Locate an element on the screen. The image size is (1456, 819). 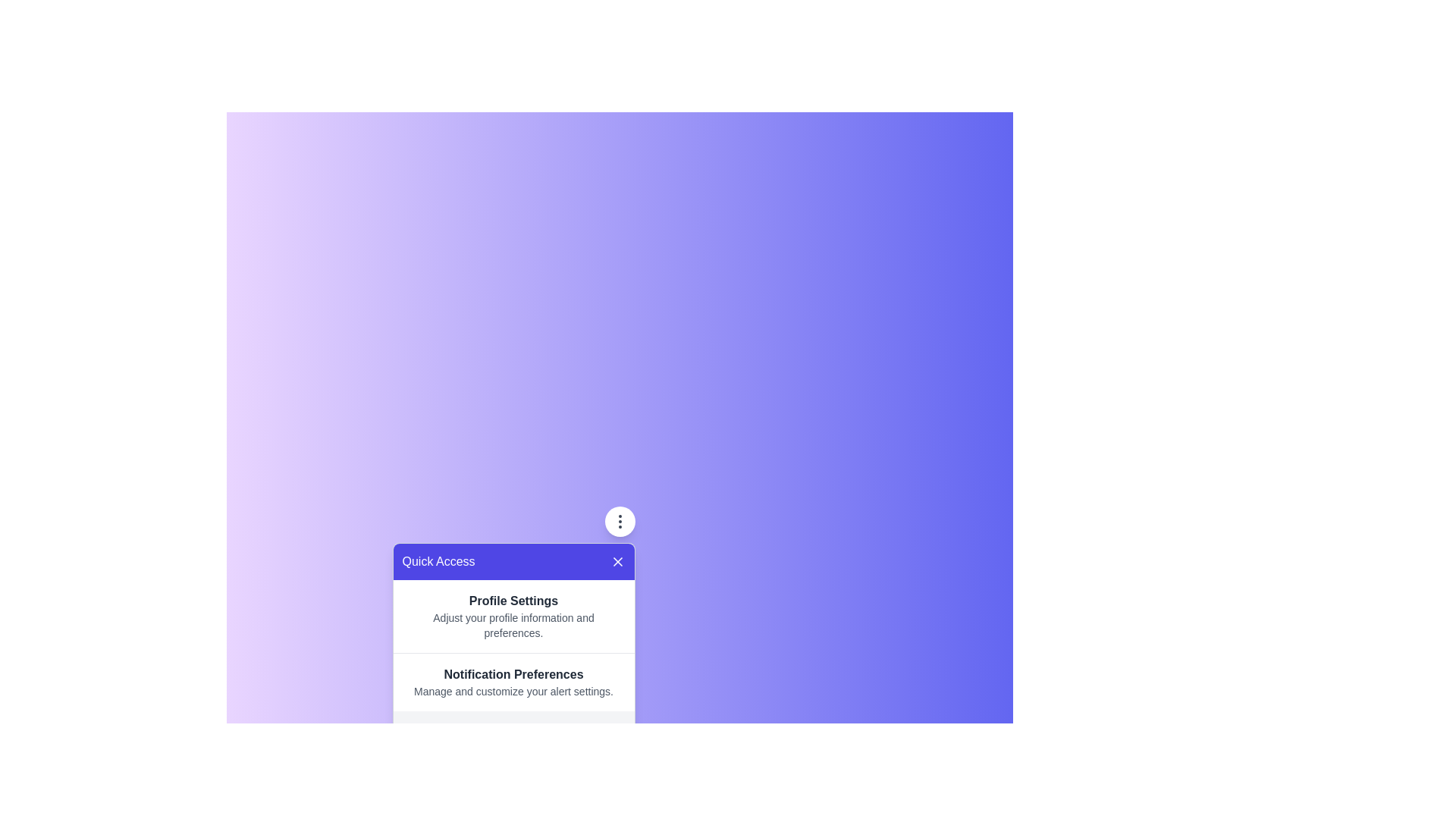
descriptions of the selectable options in the composite list element located beneath the 'Quick Access' section, which includes 'Profile Settings' and 'Notification Preferences.' is located at coordinates (513, 645).